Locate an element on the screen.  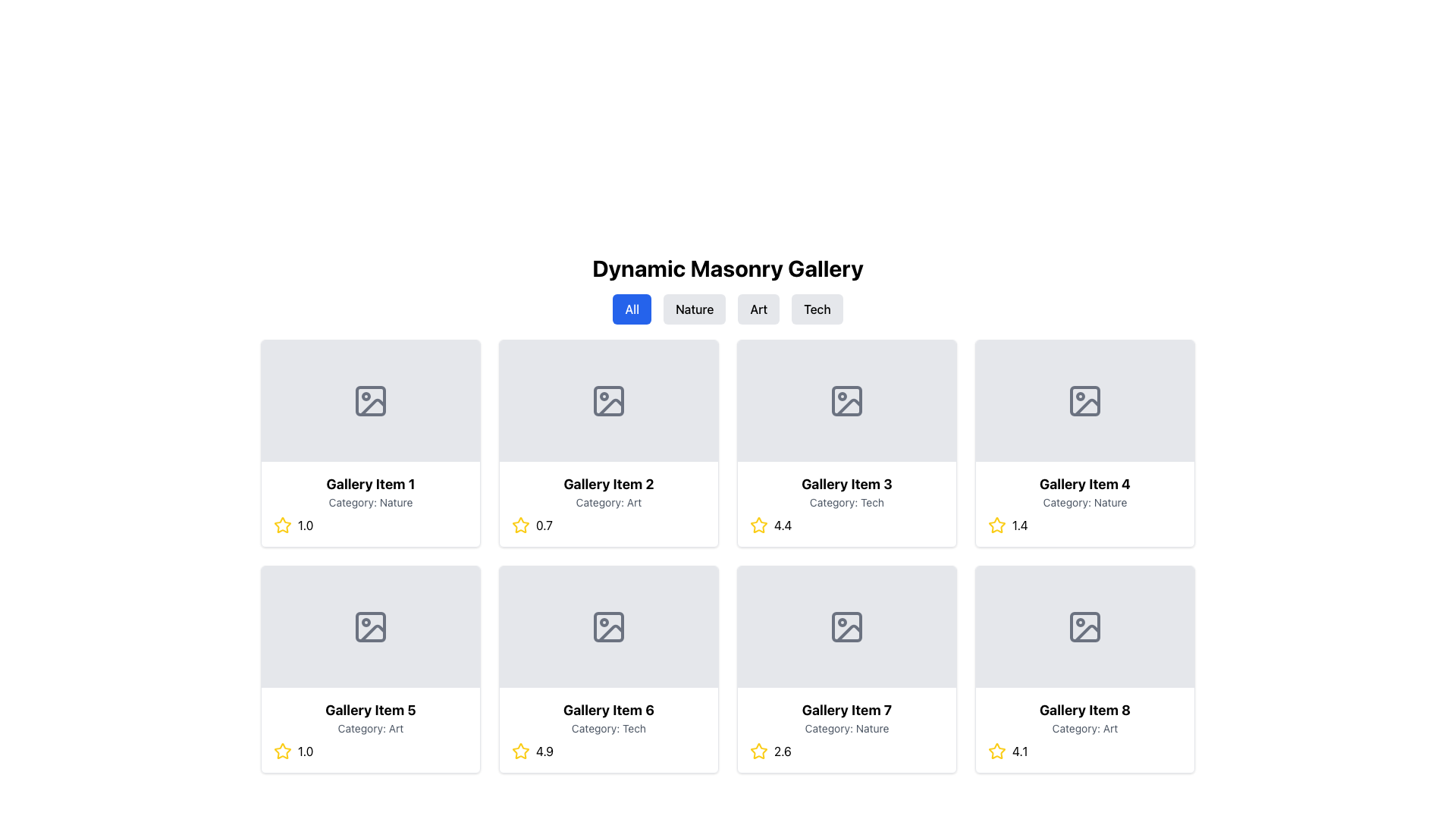
the SVG Icon representing 'Gallery Item 6' which is centrally located above the text within a light gray card in the gallery layout is located at coordinates (608, 626).